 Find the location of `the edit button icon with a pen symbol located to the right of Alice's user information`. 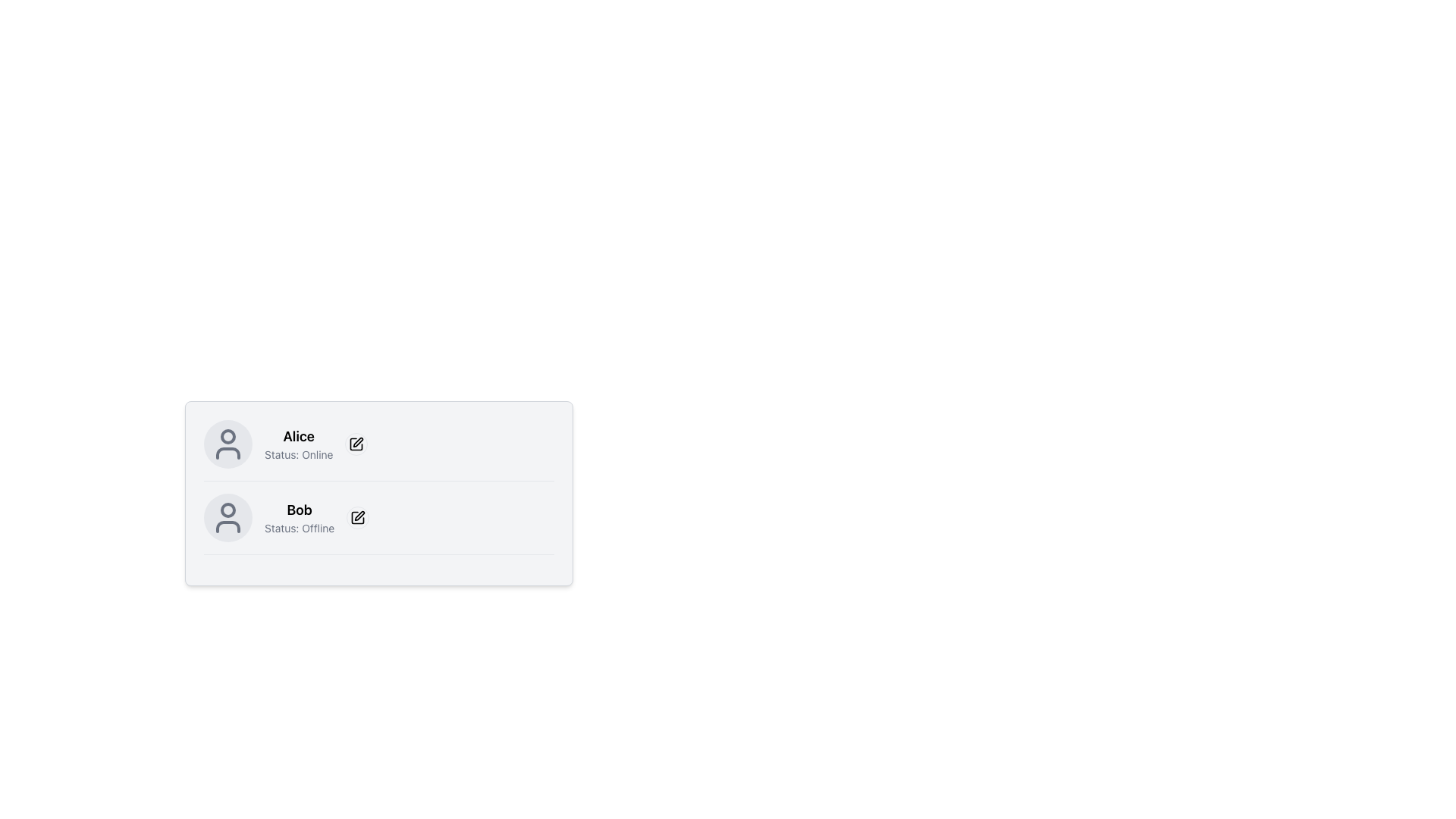

the edit button icon with a pen symbol located to the right of Alice's user information is located at coordinates (356, 444).